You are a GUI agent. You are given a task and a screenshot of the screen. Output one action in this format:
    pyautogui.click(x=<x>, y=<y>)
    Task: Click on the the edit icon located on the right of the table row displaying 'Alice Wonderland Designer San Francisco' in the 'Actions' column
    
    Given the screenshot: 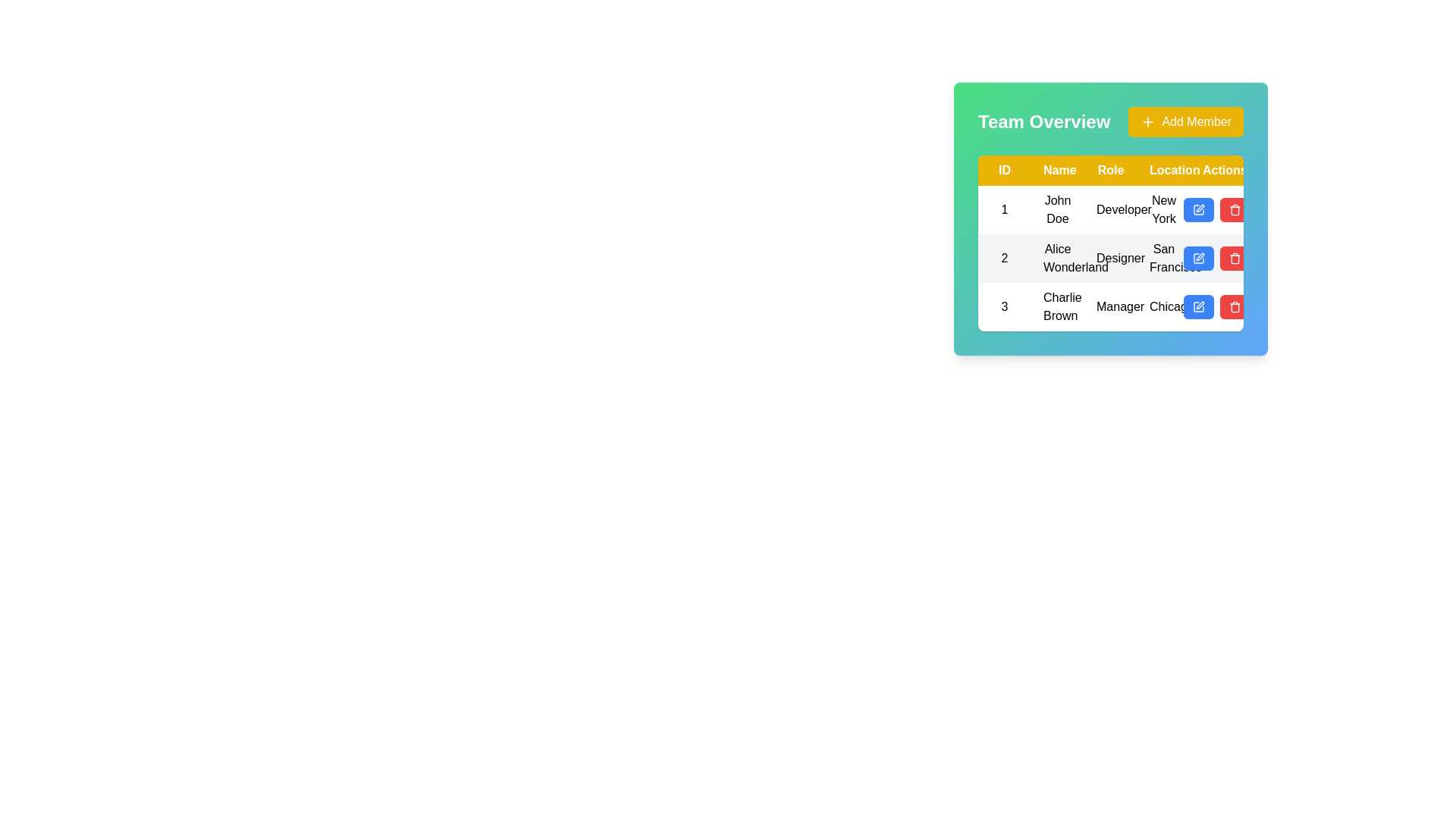 What is the action you would take?
    pyautogui.click(x=1197, y=257)
    